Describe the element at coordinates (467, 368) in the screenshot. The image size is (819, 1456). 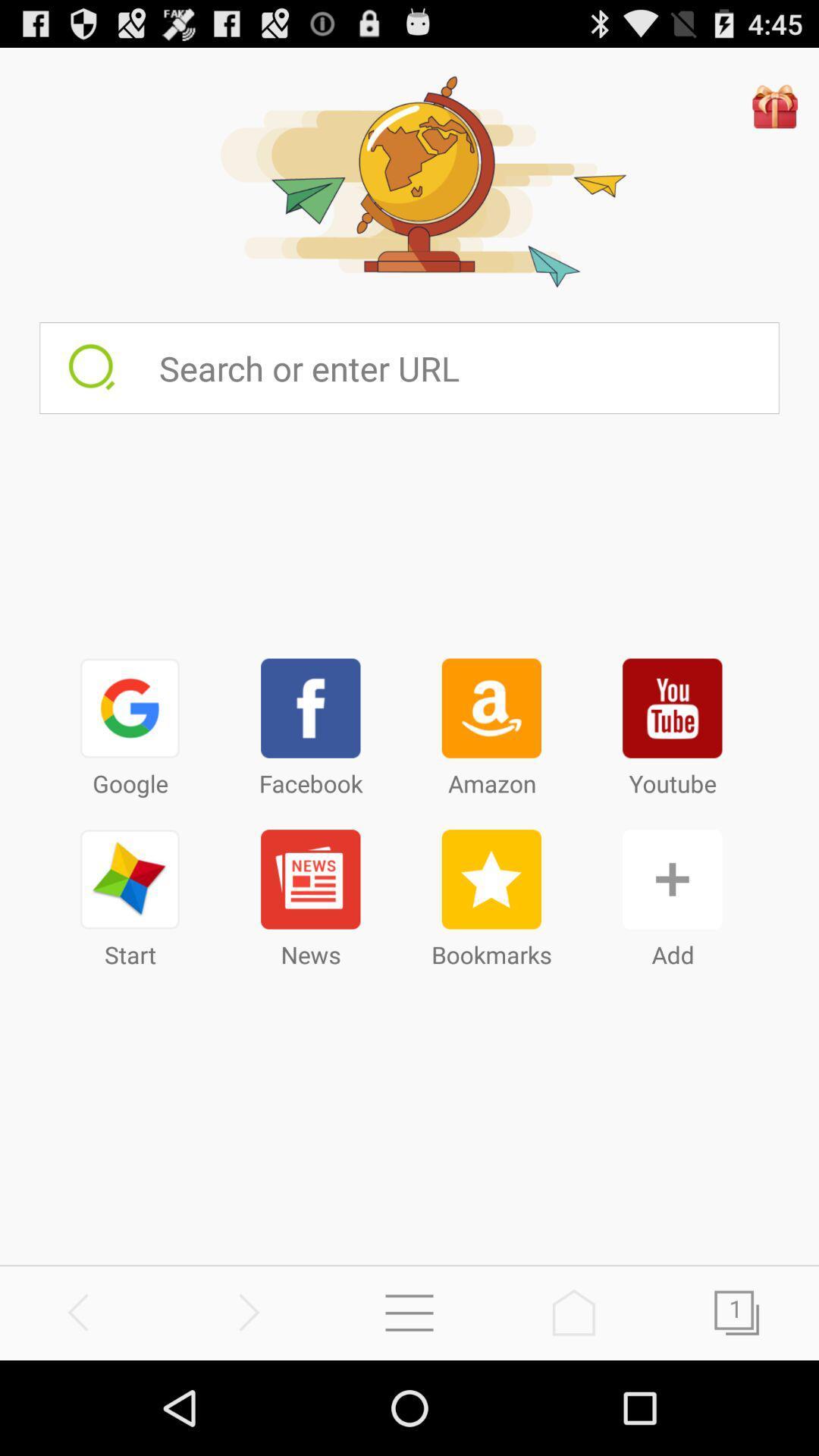
I see `look for a website` at that location.